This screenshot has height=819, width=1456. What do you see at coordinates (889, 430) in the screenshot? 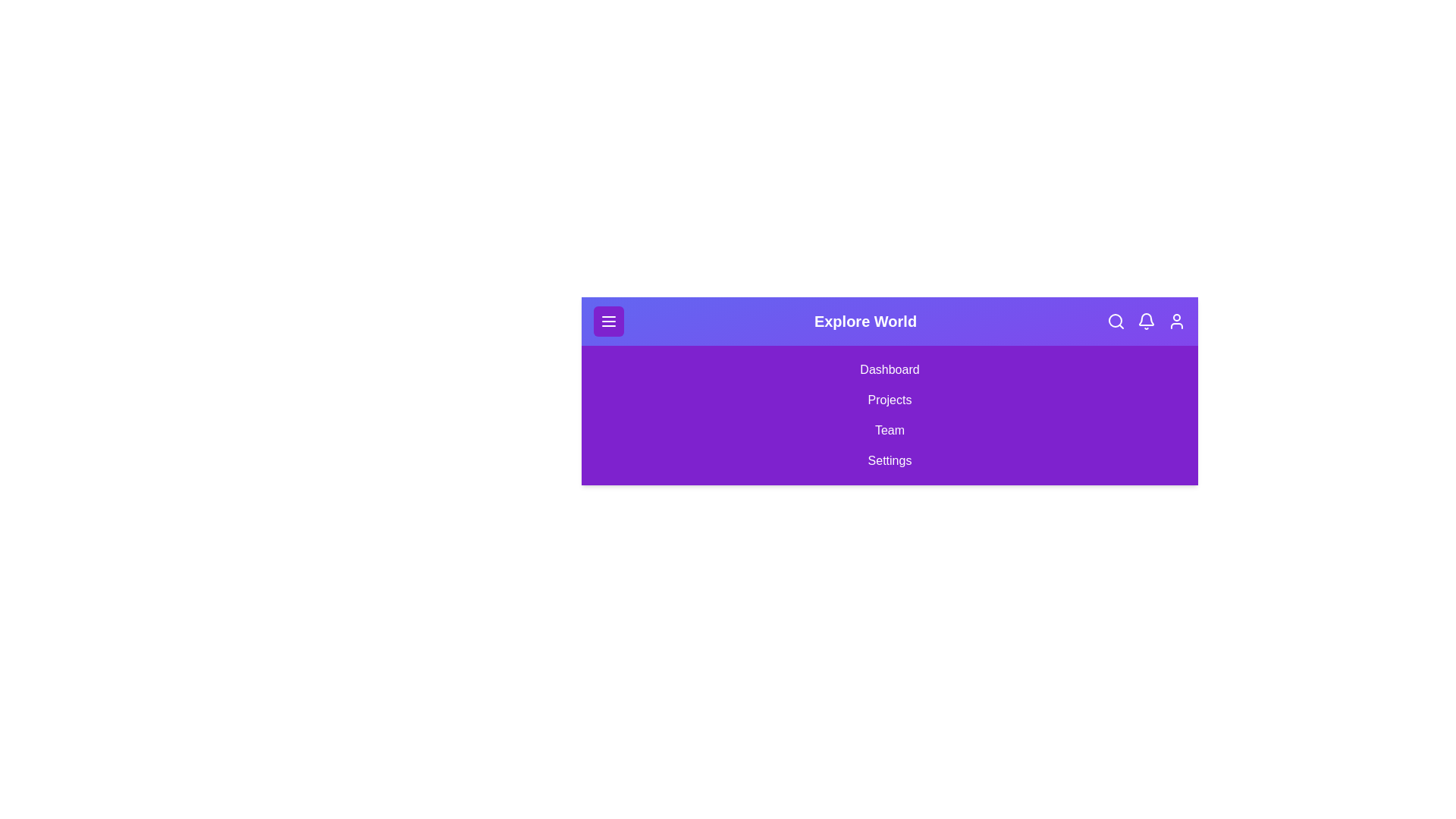
I see `the 'Team' text in the menu` at bounding box center [889, 430].